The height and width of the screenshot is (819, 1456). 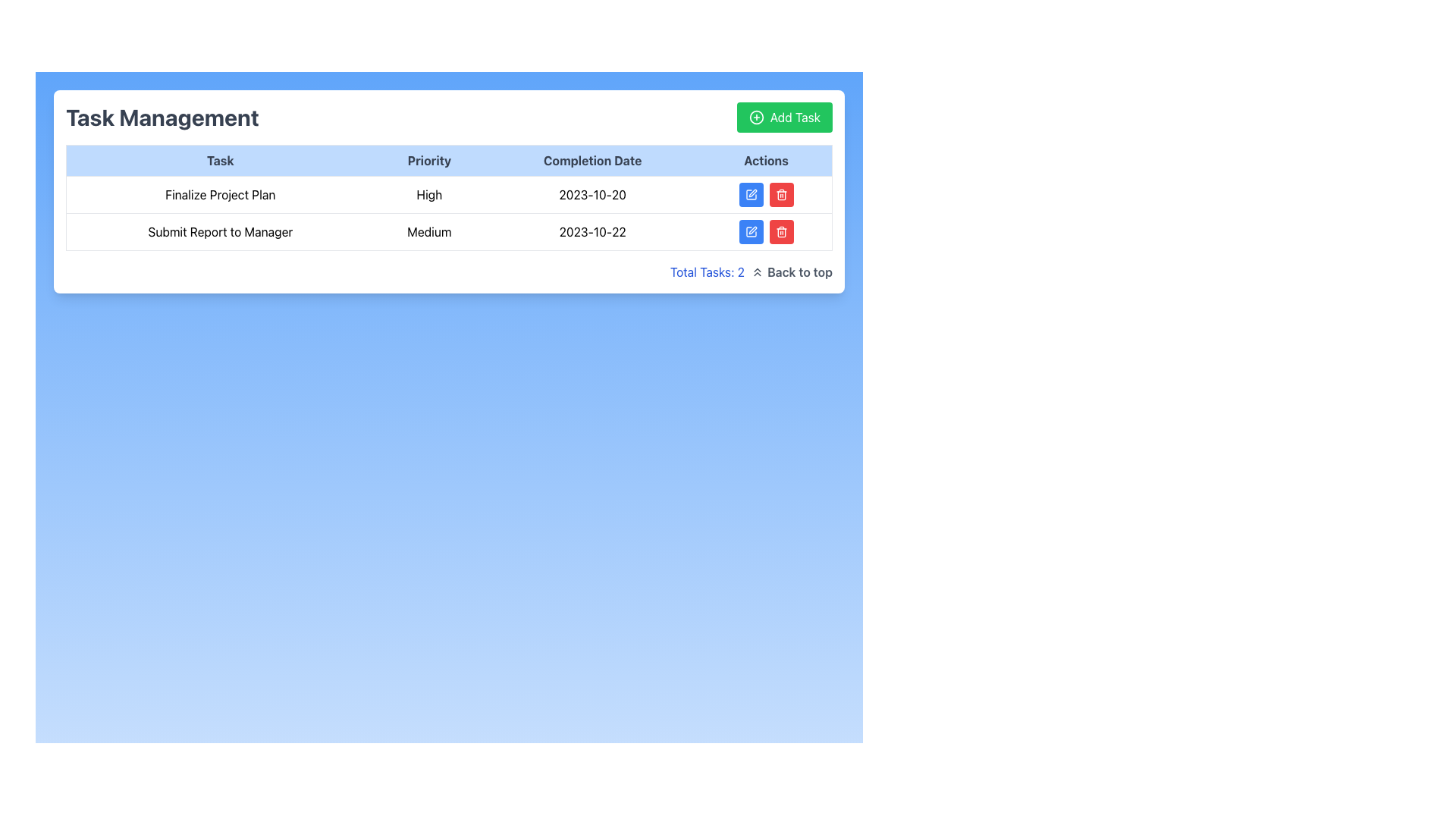 What do you see at coordinates (756, 116) in the screenshot?
I see `the circular plus icon within the green 'Add Task' button, located at the top-right corner of the task management dashboard` at bounding box center [756, 116].